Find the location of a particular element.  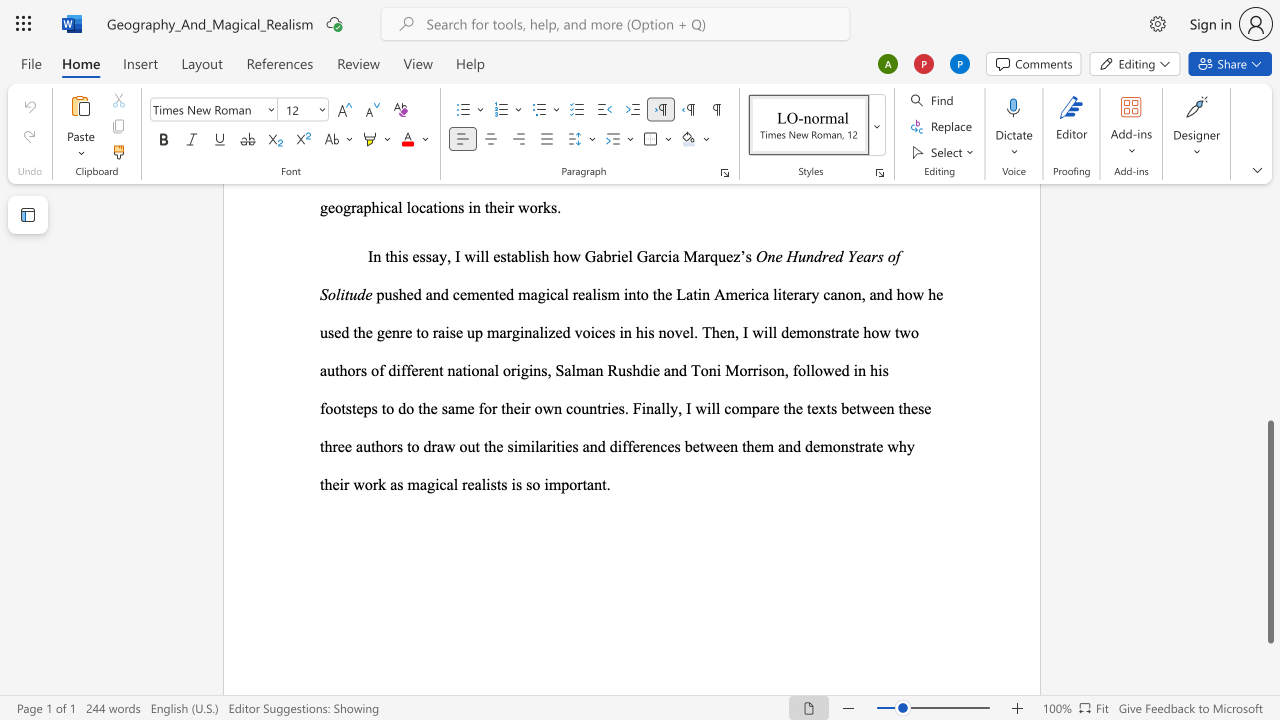

the scrollbar to move the content higher is located at coordinates (1269, 360).